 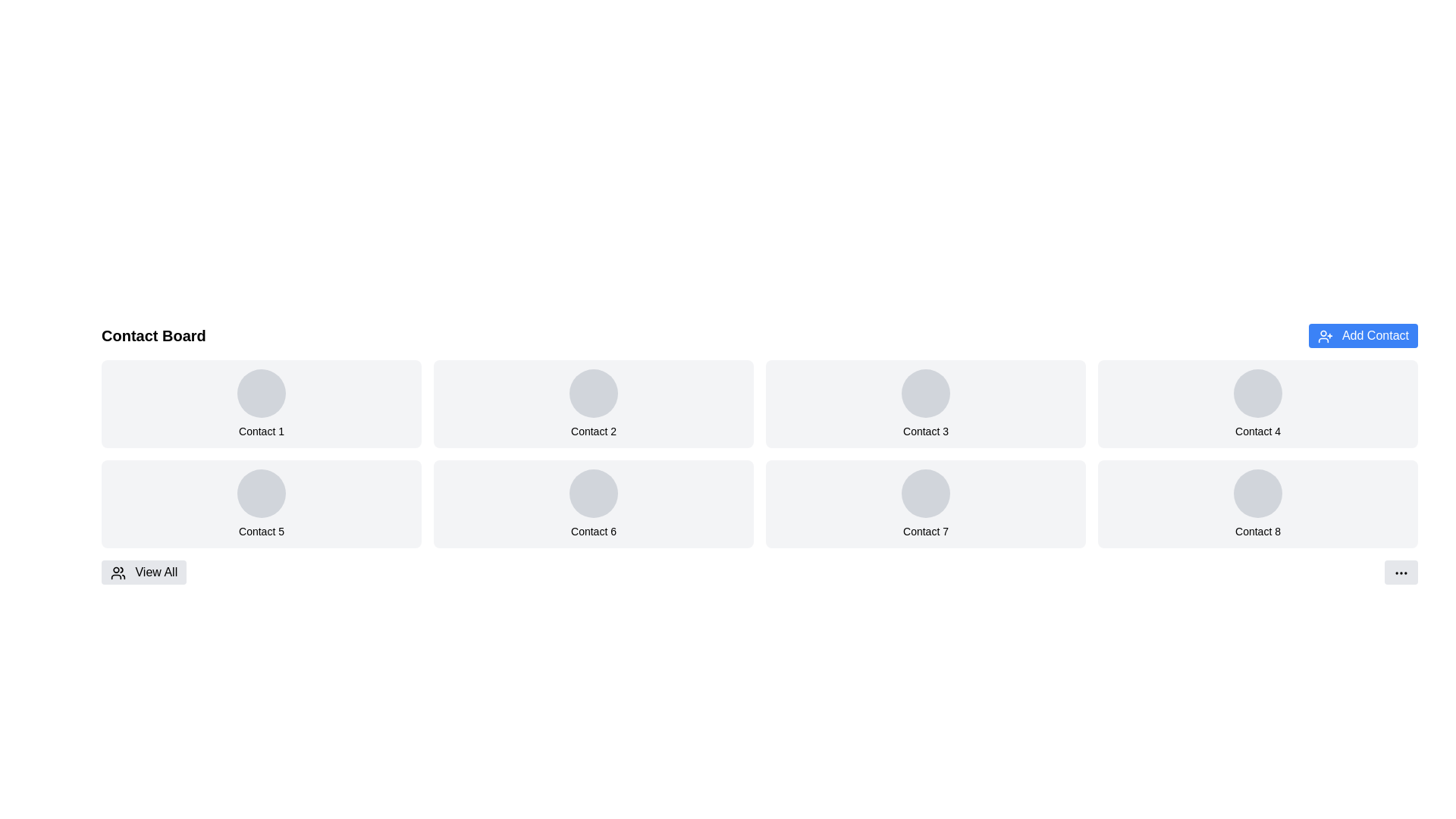 What do you see at coordinates (924, 431) in the screenshot?
I see `text displayed on the contact name label located at the center-bottom of the third contact card in the top row of the grid layout` at bounding box center [924, 431].